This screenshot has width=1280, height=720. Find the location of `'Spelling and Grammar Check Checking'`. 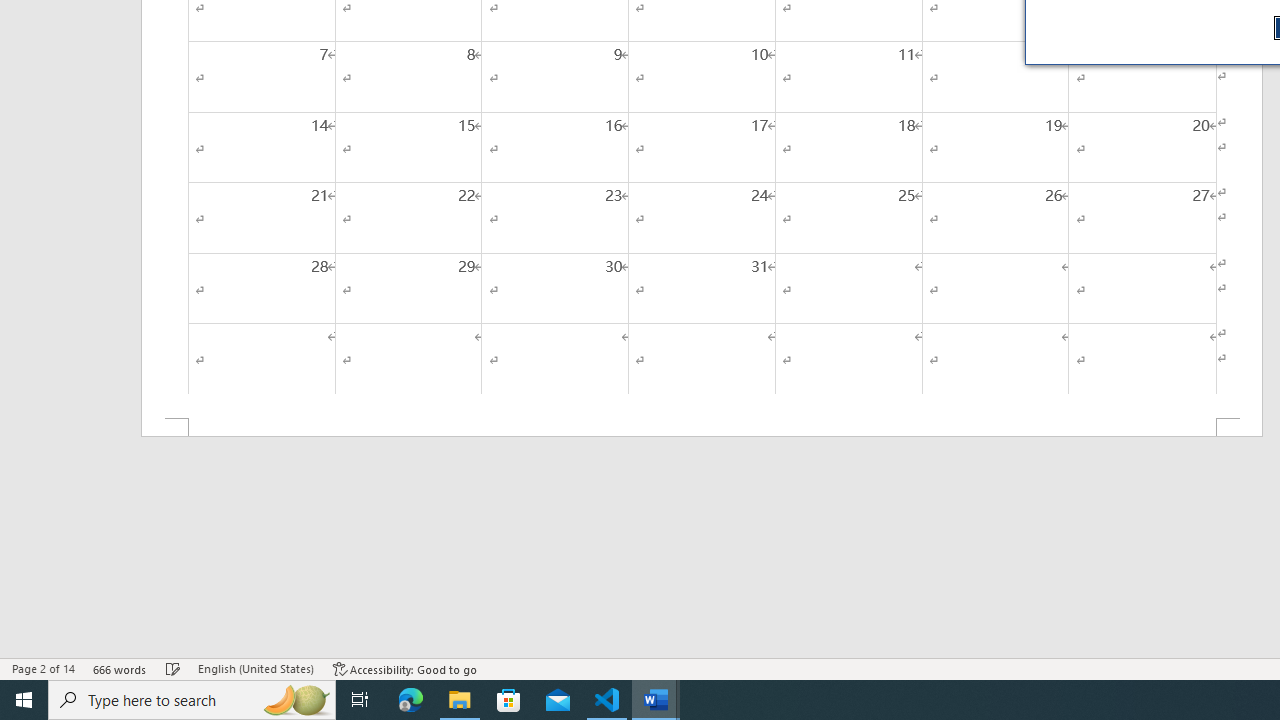

'Spelling and Grammar Check Checking' is located at coordinates (173, 669).